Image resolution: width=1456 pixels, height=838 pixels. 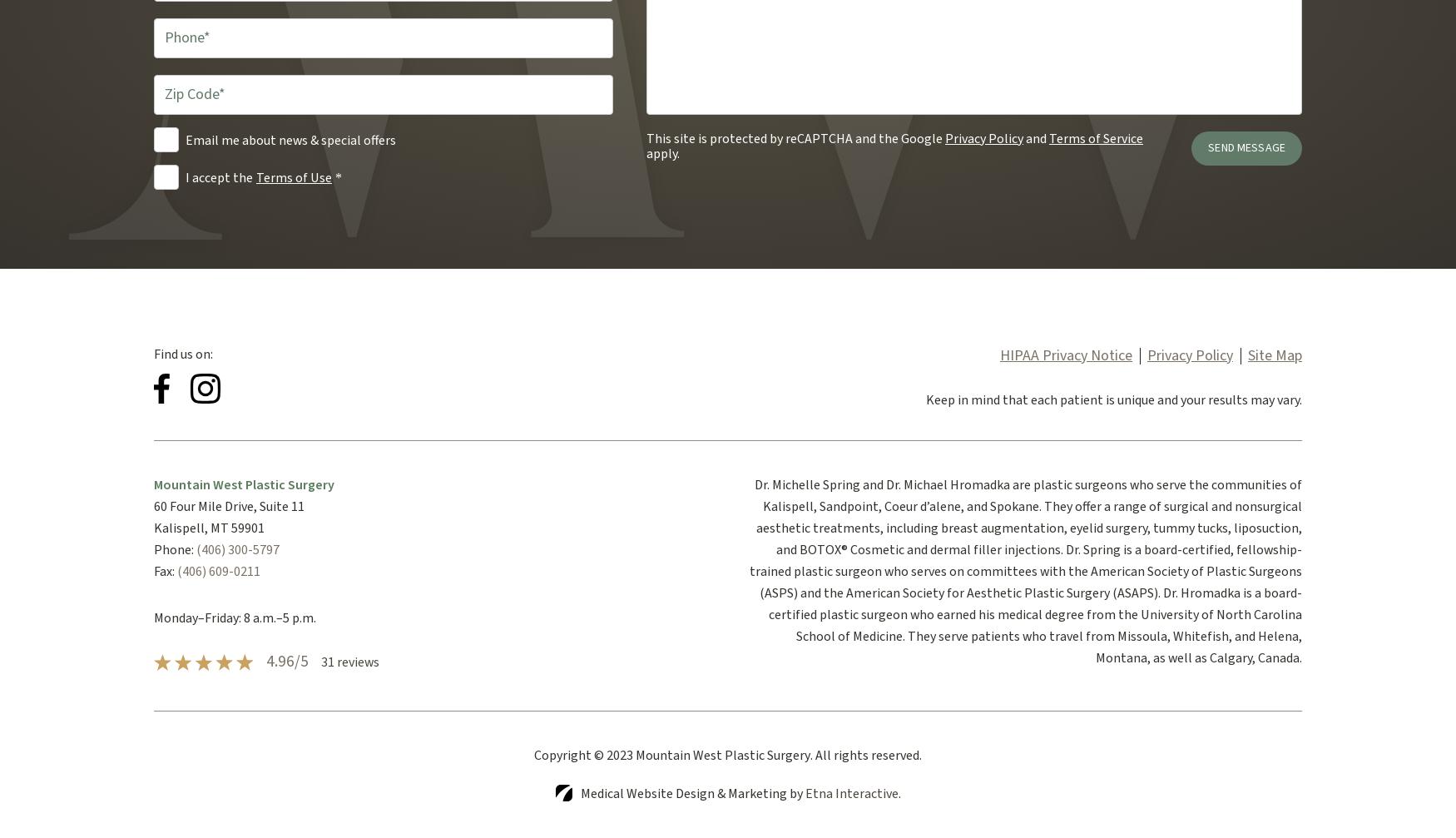 What do you see at coordinates (173, 548) in the screenshot?
I see `'Phone:'` at bounding box center [173, 548].